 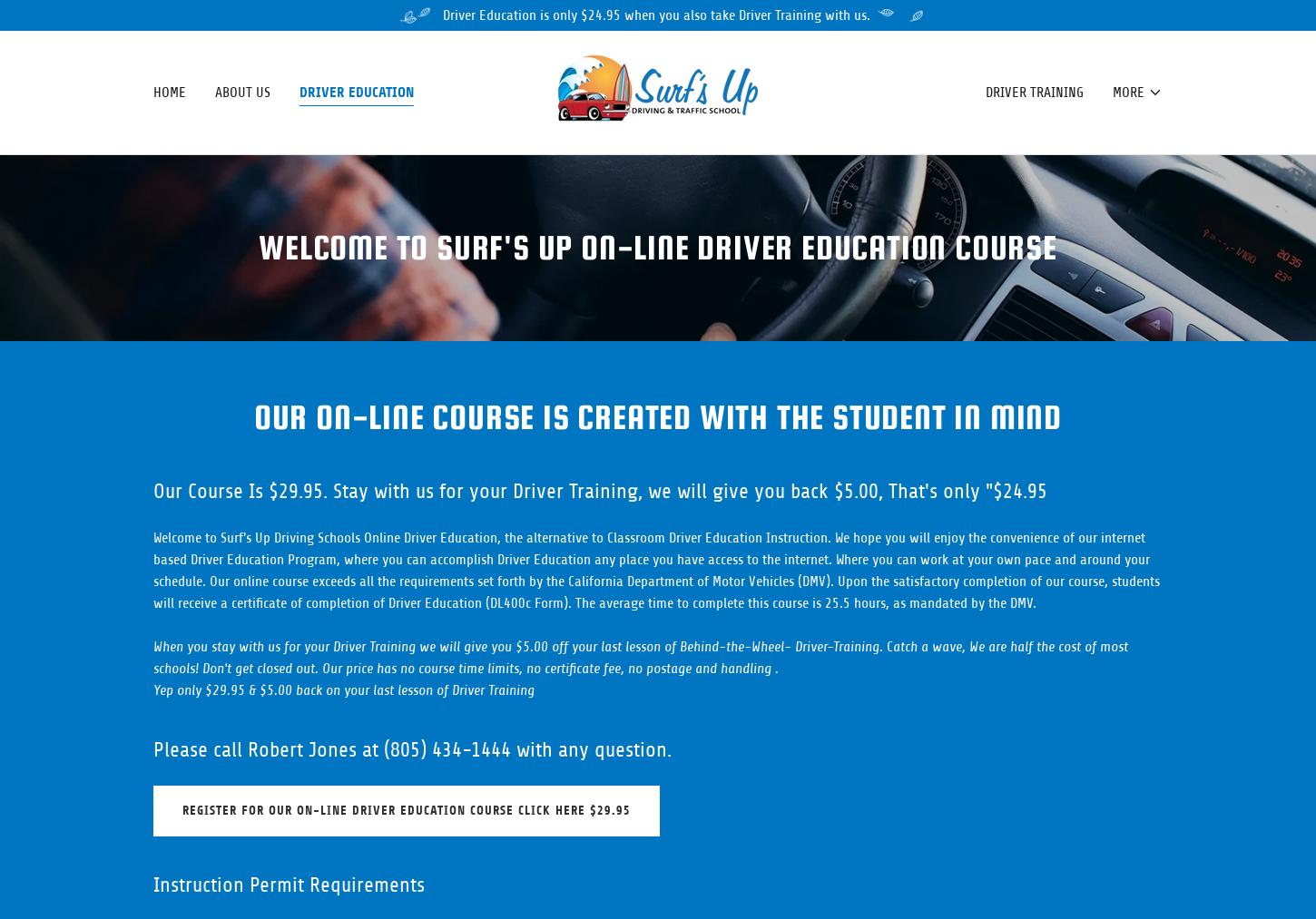 What do you see at coordinates (152, 748) in the screenshot?
I see `'Please call Robert Jones at (805) 434-1444 with any question.'` at bounding box center [152, 748].